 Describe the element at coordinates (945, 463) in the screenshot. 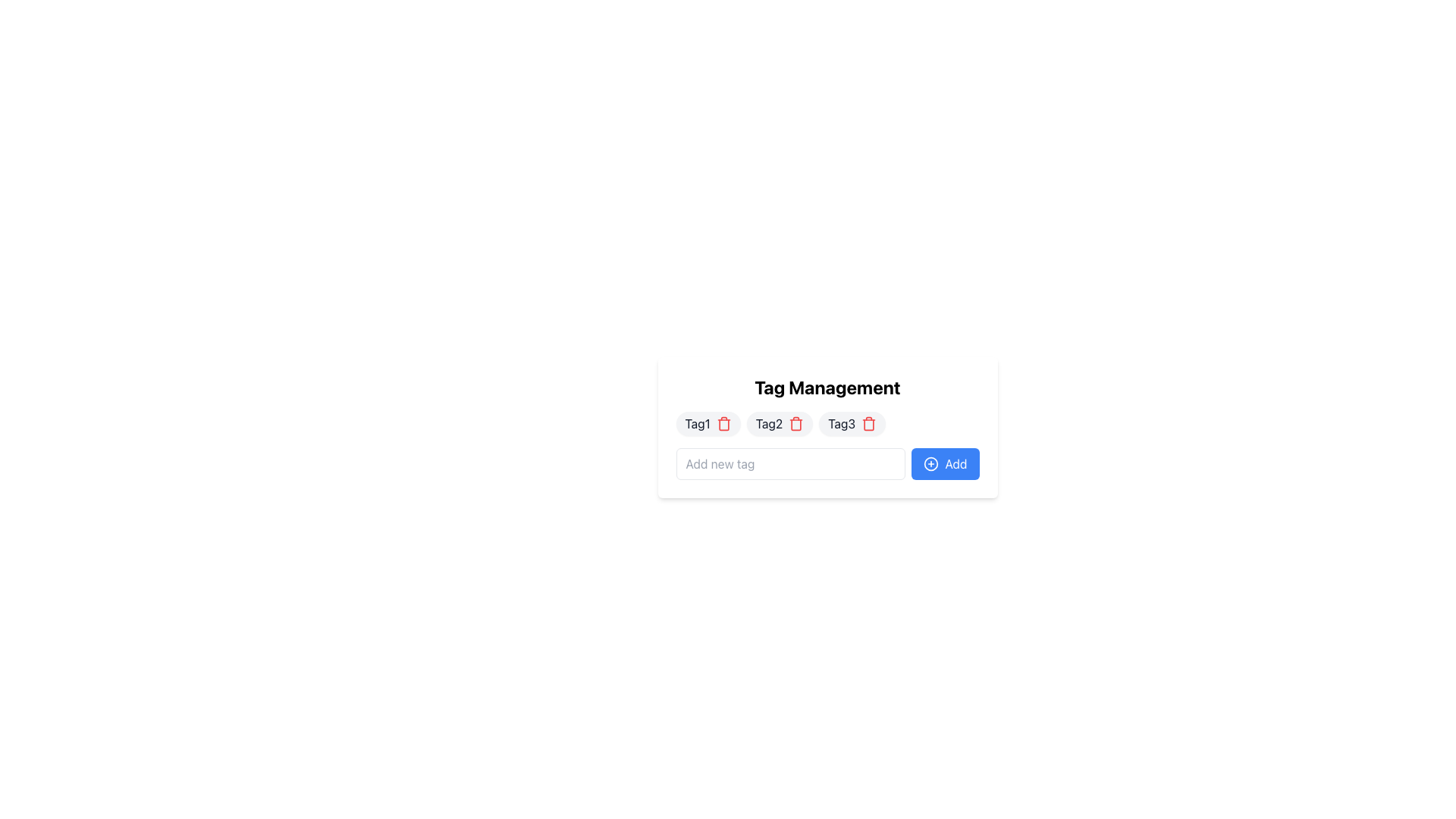

I see `the blue 'Add' button with rounded corners` at that location.